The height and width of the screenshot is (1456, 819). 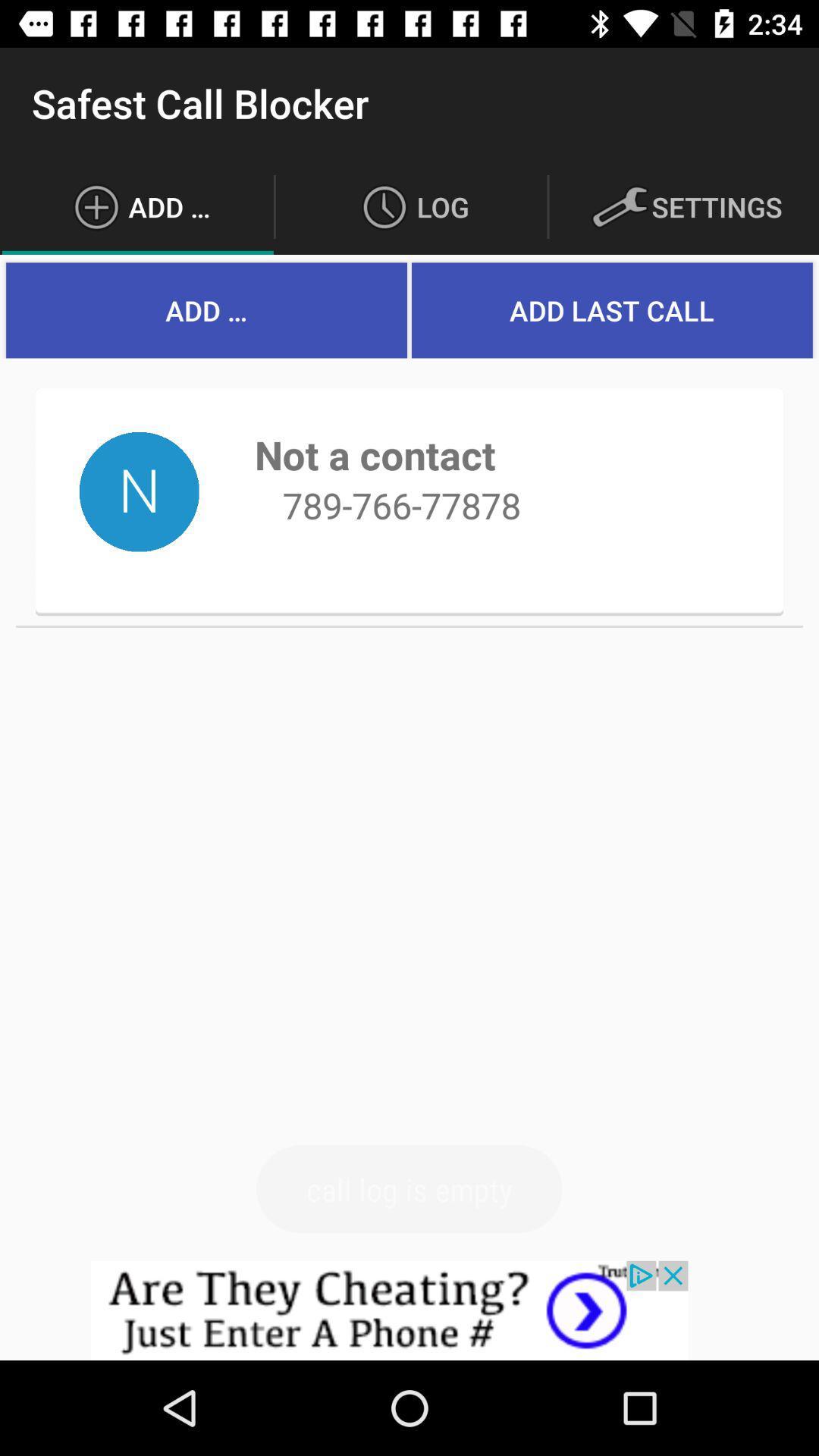 I want to click on advertisement, so click(x=409, y=1310).